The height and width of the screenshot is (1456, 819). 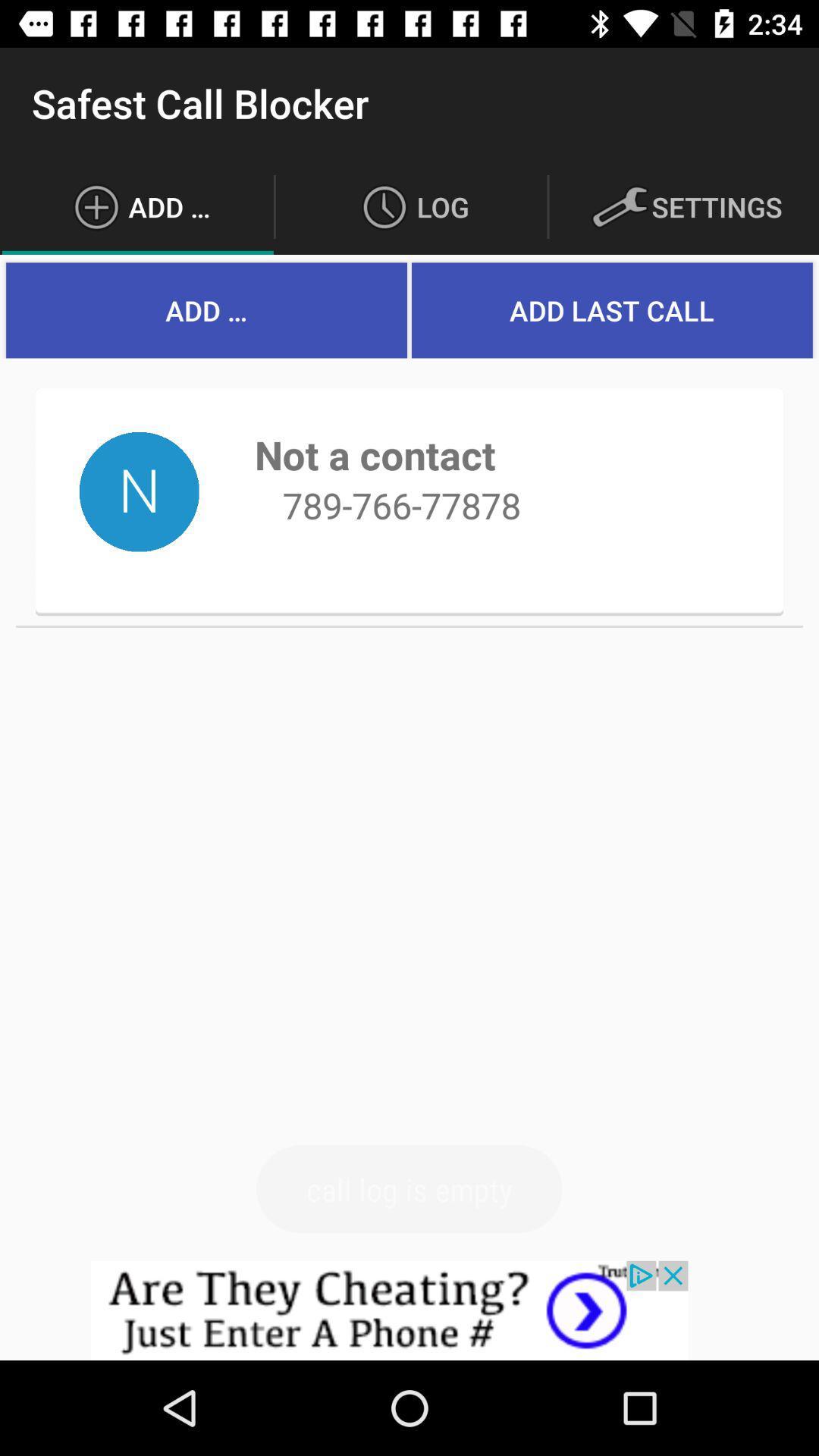 I want to click on advertisement, so click(x=409, y=1310).